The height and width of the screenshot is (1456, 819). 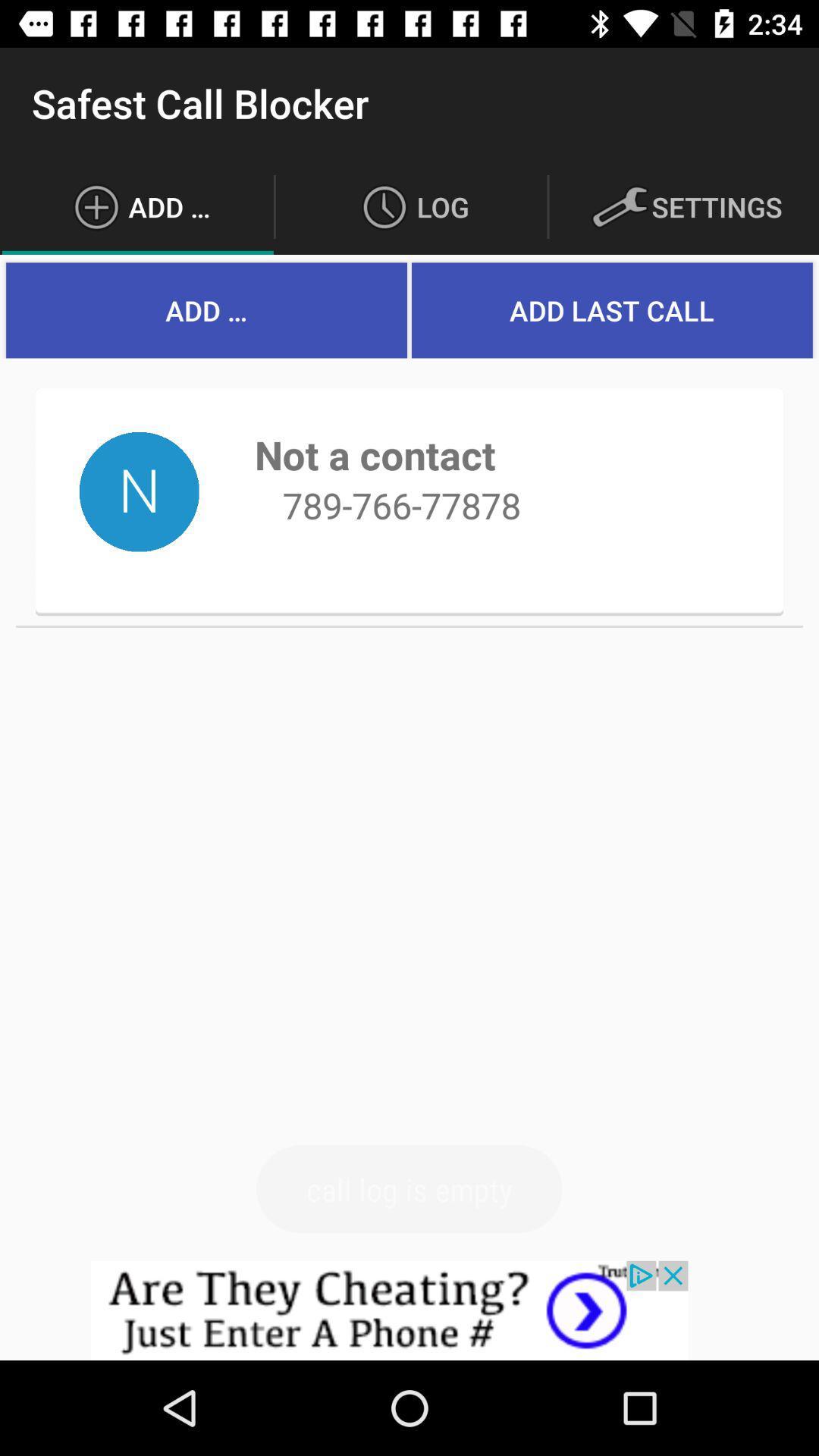 I want to click on advertisement, so click(x=409, y=1310).